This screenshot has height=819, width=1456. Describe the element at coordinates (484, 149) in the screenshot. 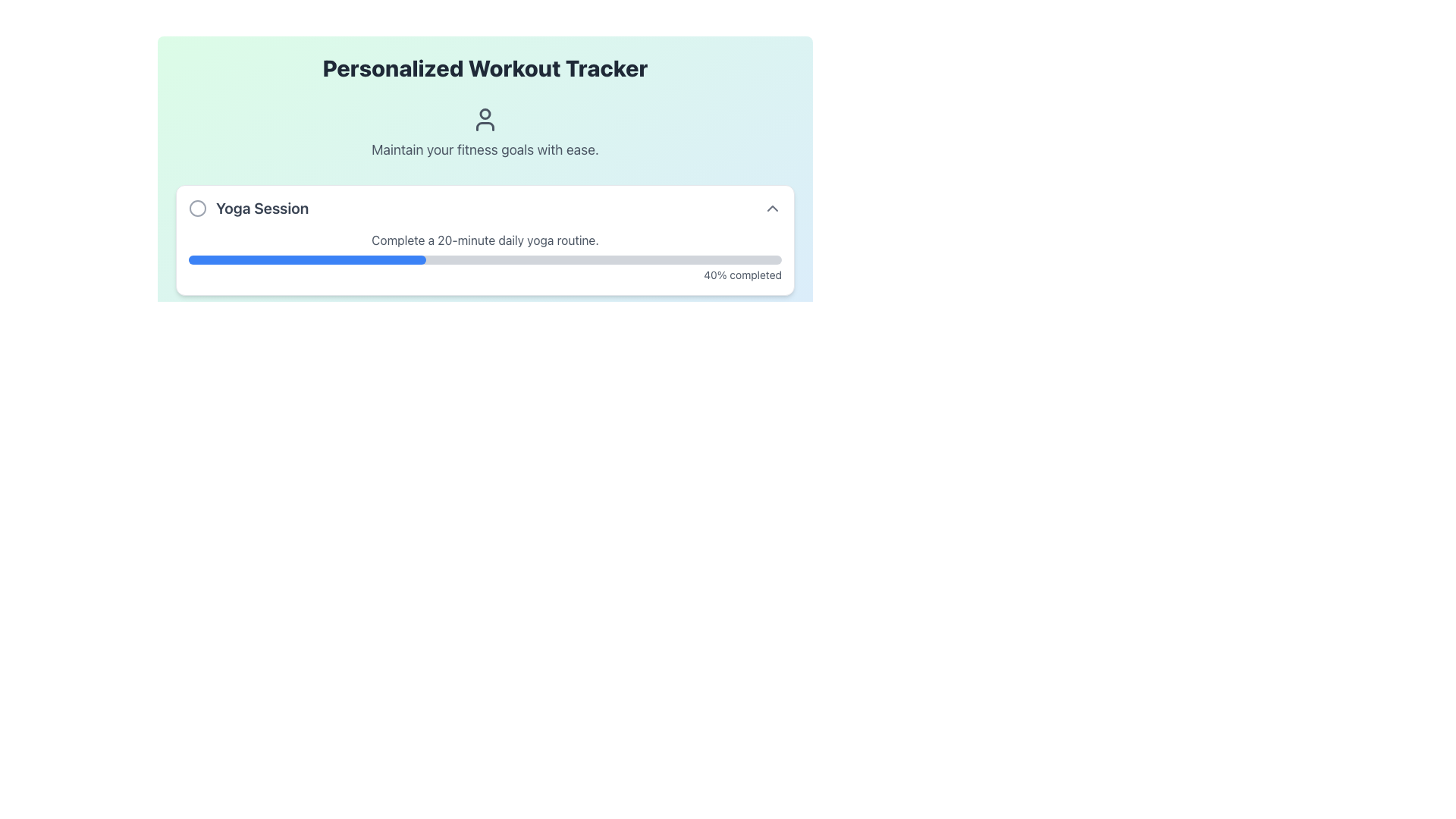

I see `the motivational text related to fitness management located directly underneath the user icon in the upper-middle section of the interface` at that location.